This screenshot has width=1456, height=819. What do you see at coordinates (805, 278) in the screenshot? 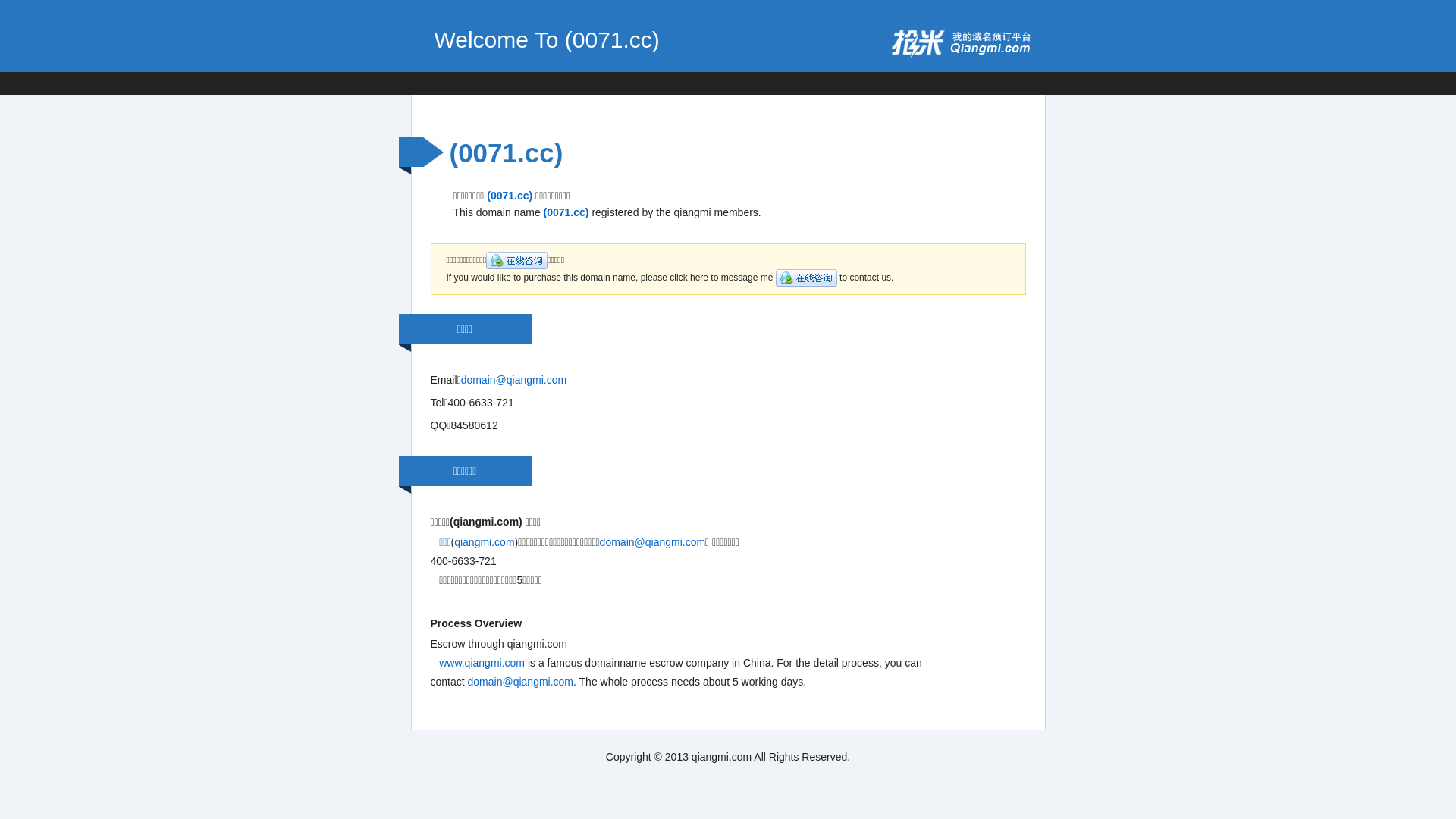
I see `'click here'` at bounding box center [805, 278].